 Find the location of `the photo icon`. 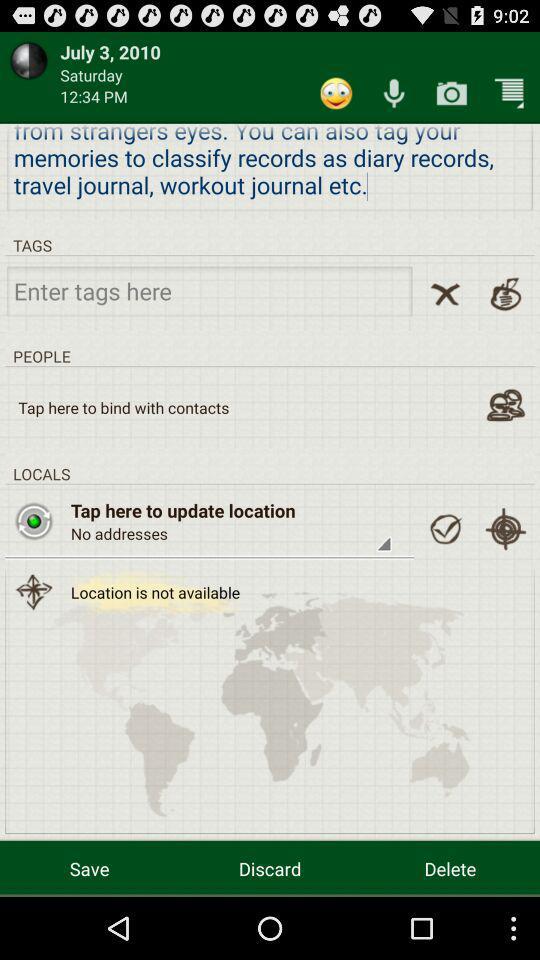

the photo icon is located at coordinates (33, 557).